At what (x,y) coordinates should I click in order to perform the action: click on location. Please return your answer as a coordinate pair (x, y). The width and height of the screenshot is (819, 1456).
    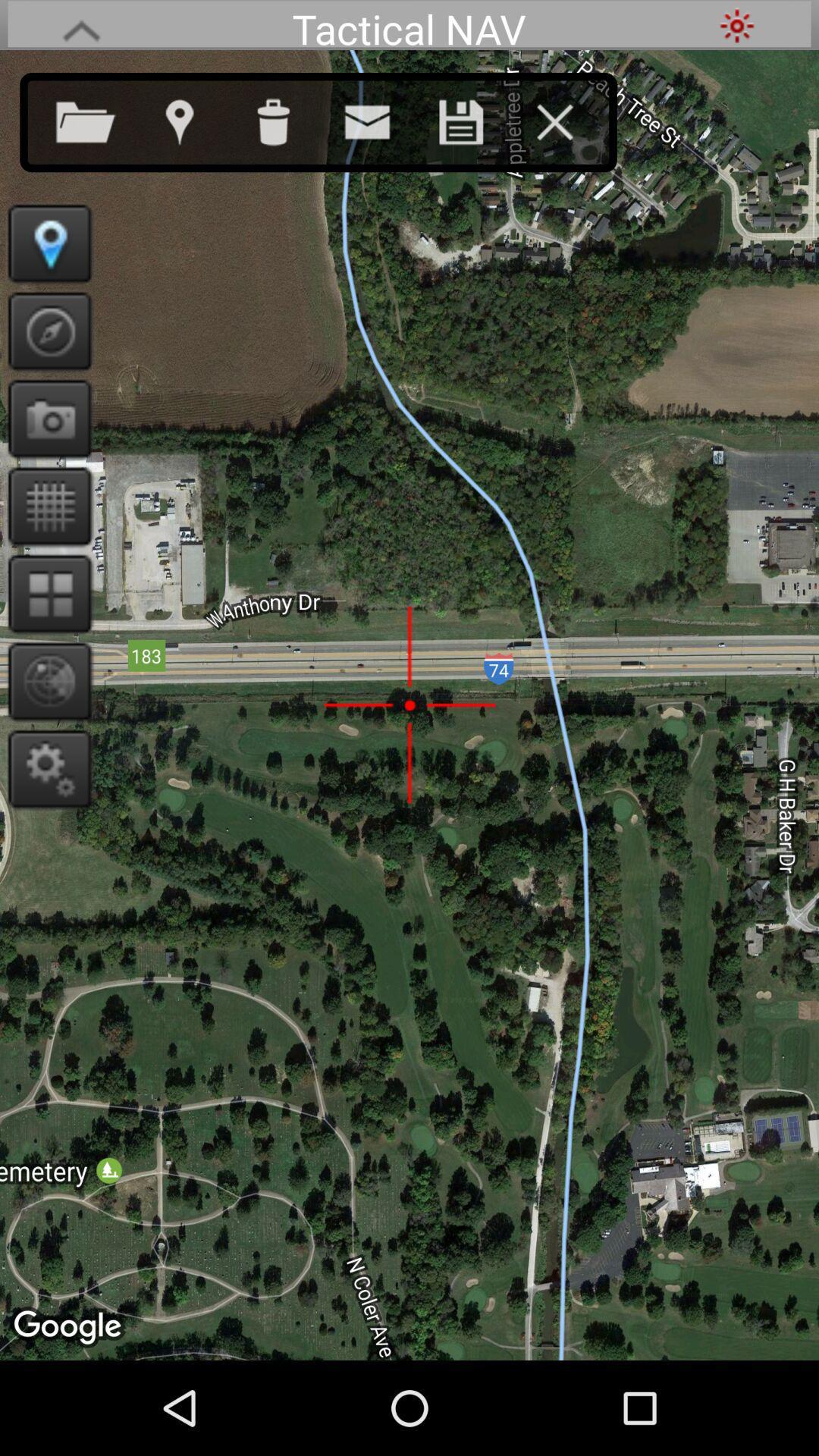
    Looking at the image, I should click on (475, 118).